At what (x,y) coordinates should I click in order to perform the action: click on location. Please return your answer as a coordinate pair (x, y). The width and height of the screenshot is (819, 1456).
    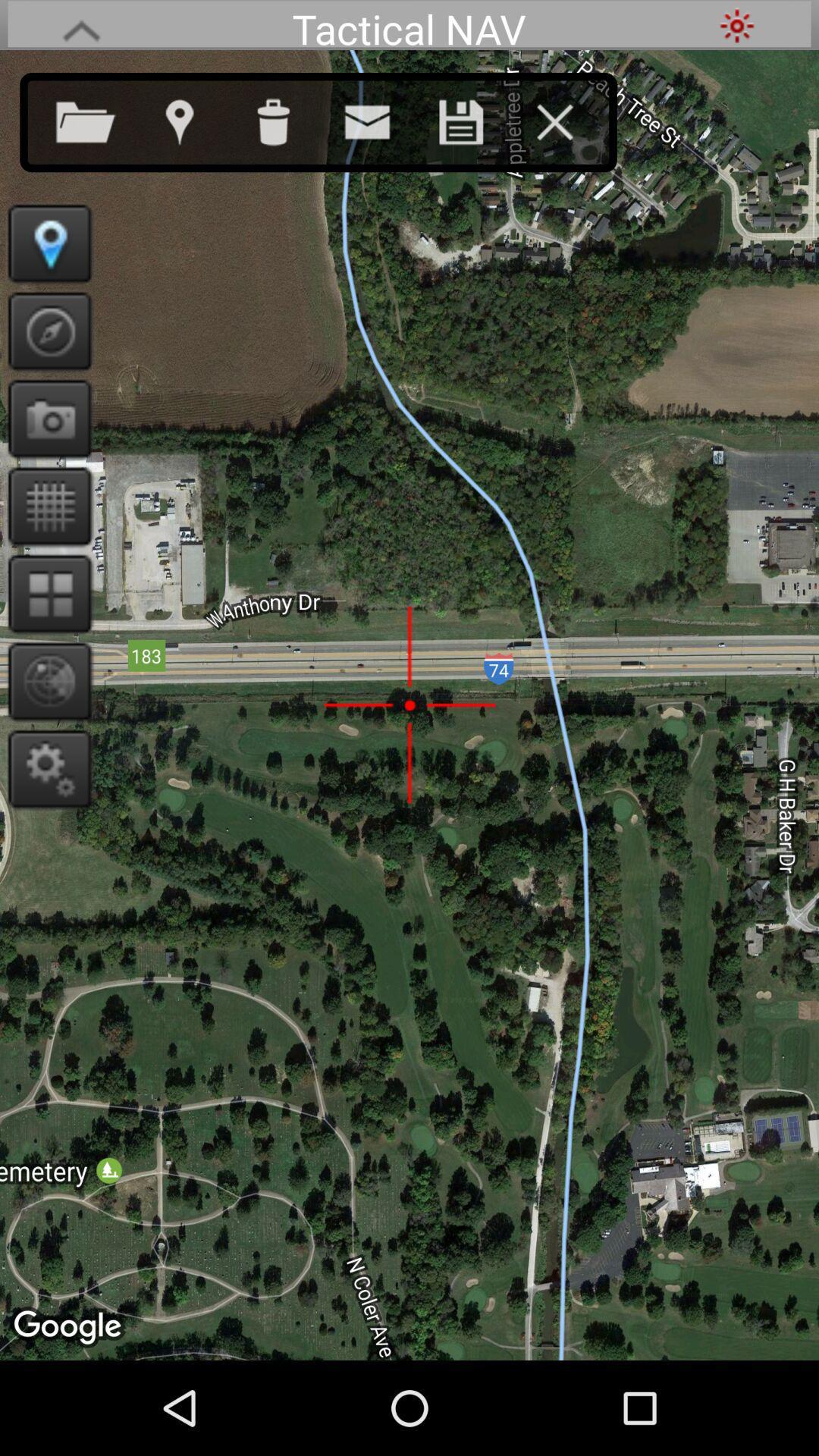
    Looking at the image, I should click on (475, 118).